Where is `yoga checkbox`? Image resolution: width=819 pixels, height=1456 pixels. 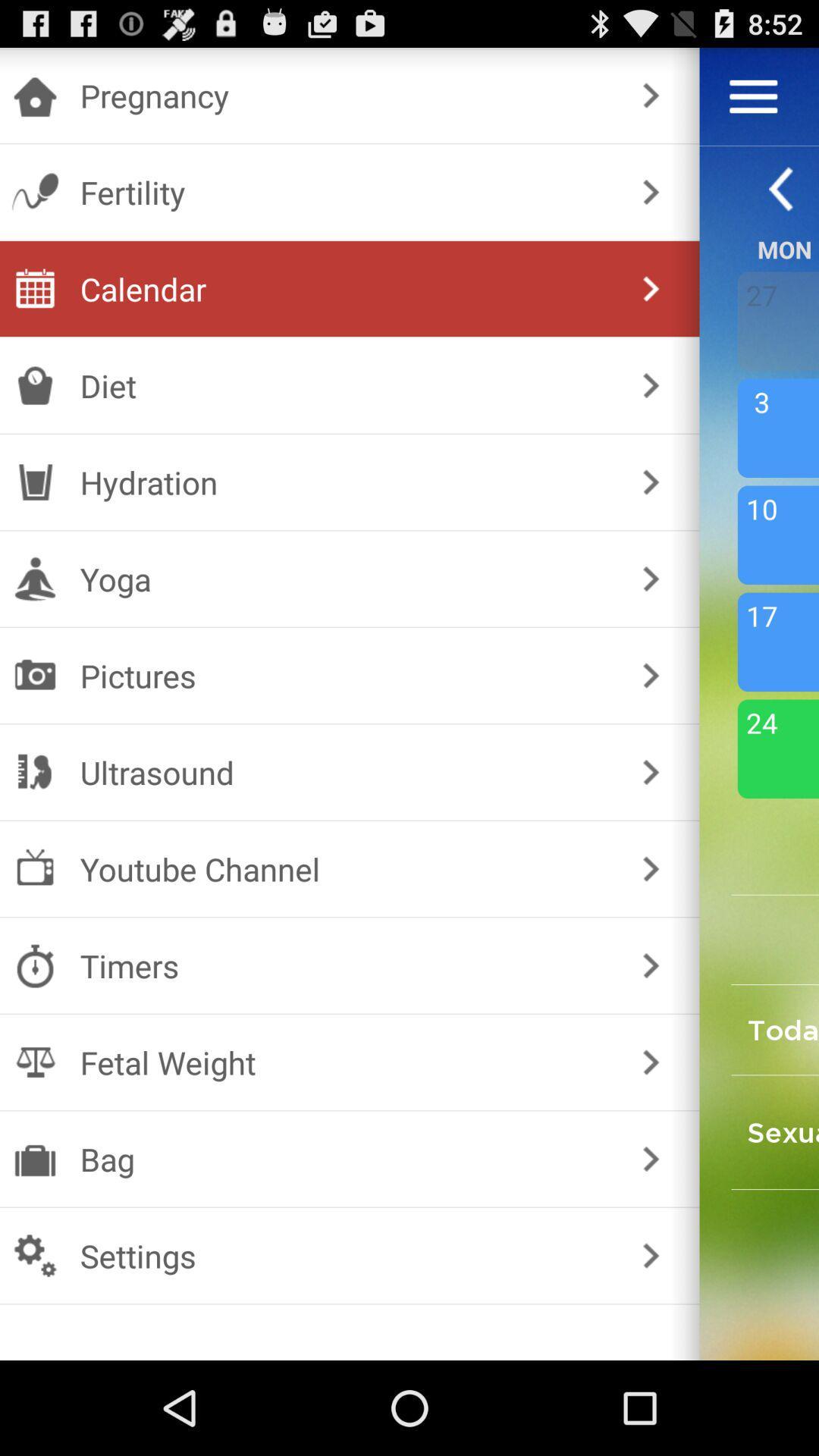 yoga checkbox is located at coordinates (347, 578).